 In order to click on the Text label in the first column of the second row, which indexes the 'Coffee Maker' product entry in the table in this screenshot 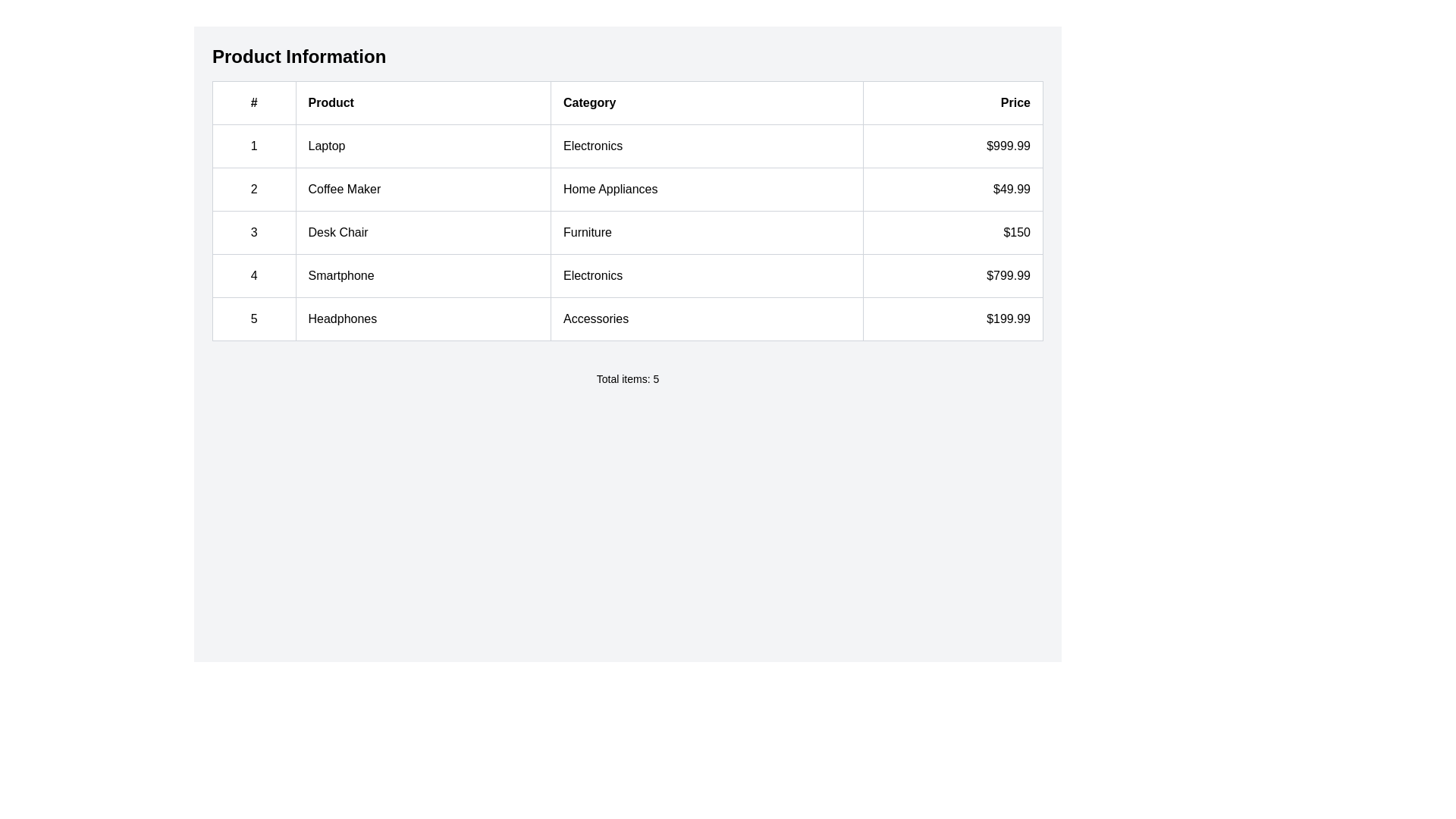, I will do `click(254, 189)`.